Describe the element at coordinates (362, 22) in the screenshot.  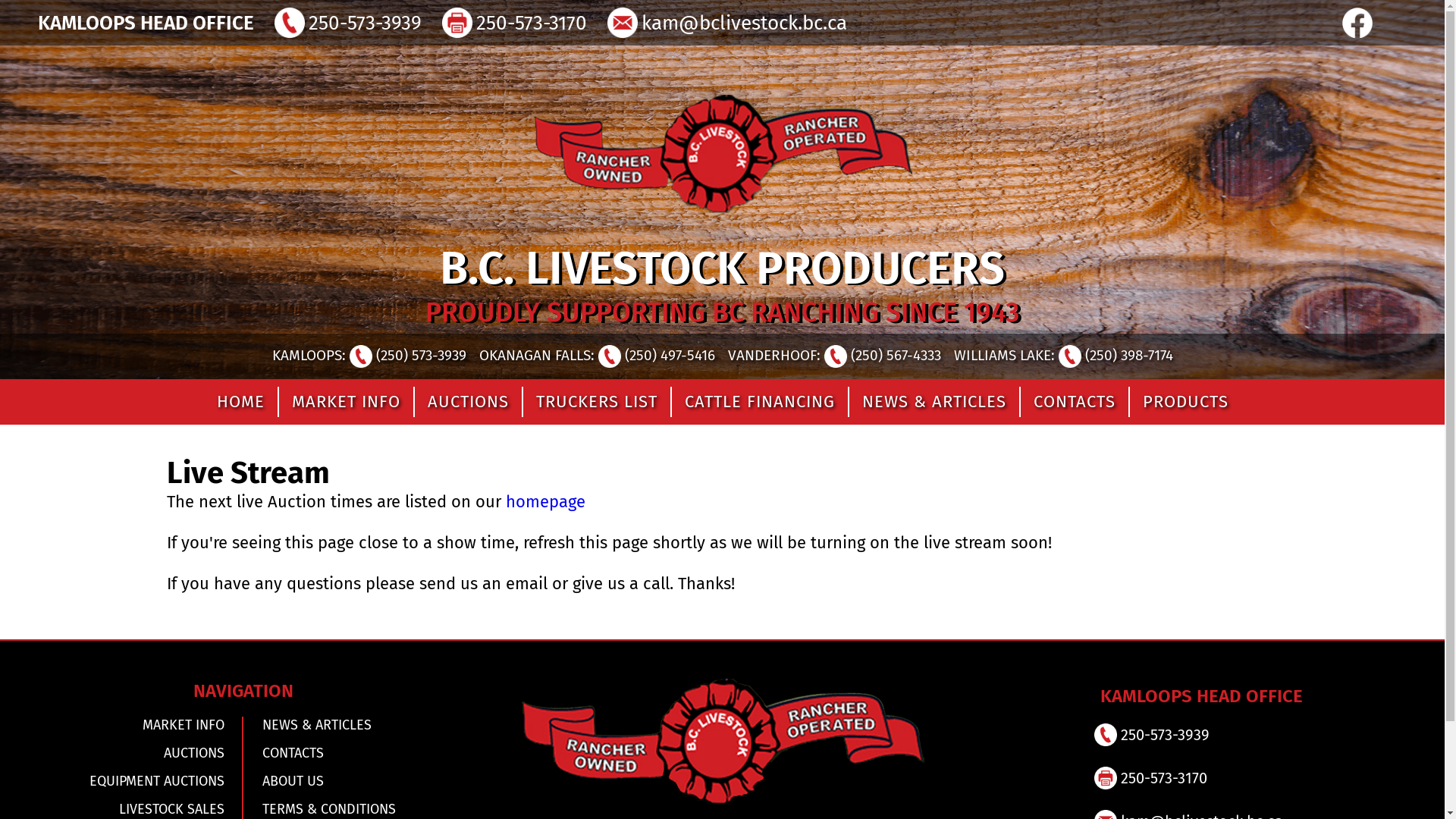
I see `'250-573-3939'` at that location.